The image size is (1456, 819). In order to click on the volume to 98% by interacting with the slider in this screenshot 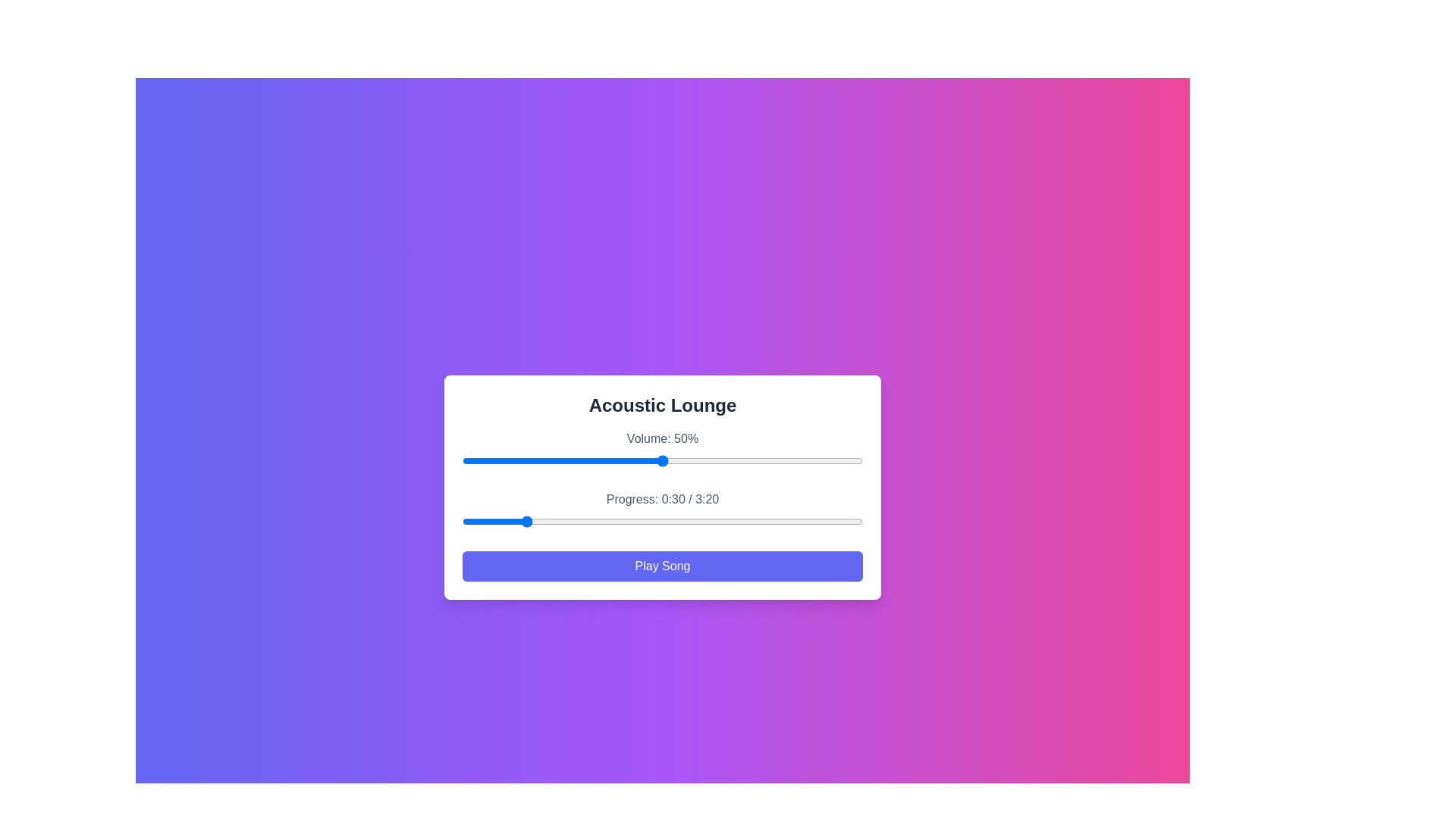, I will do `click(855, 460)`.